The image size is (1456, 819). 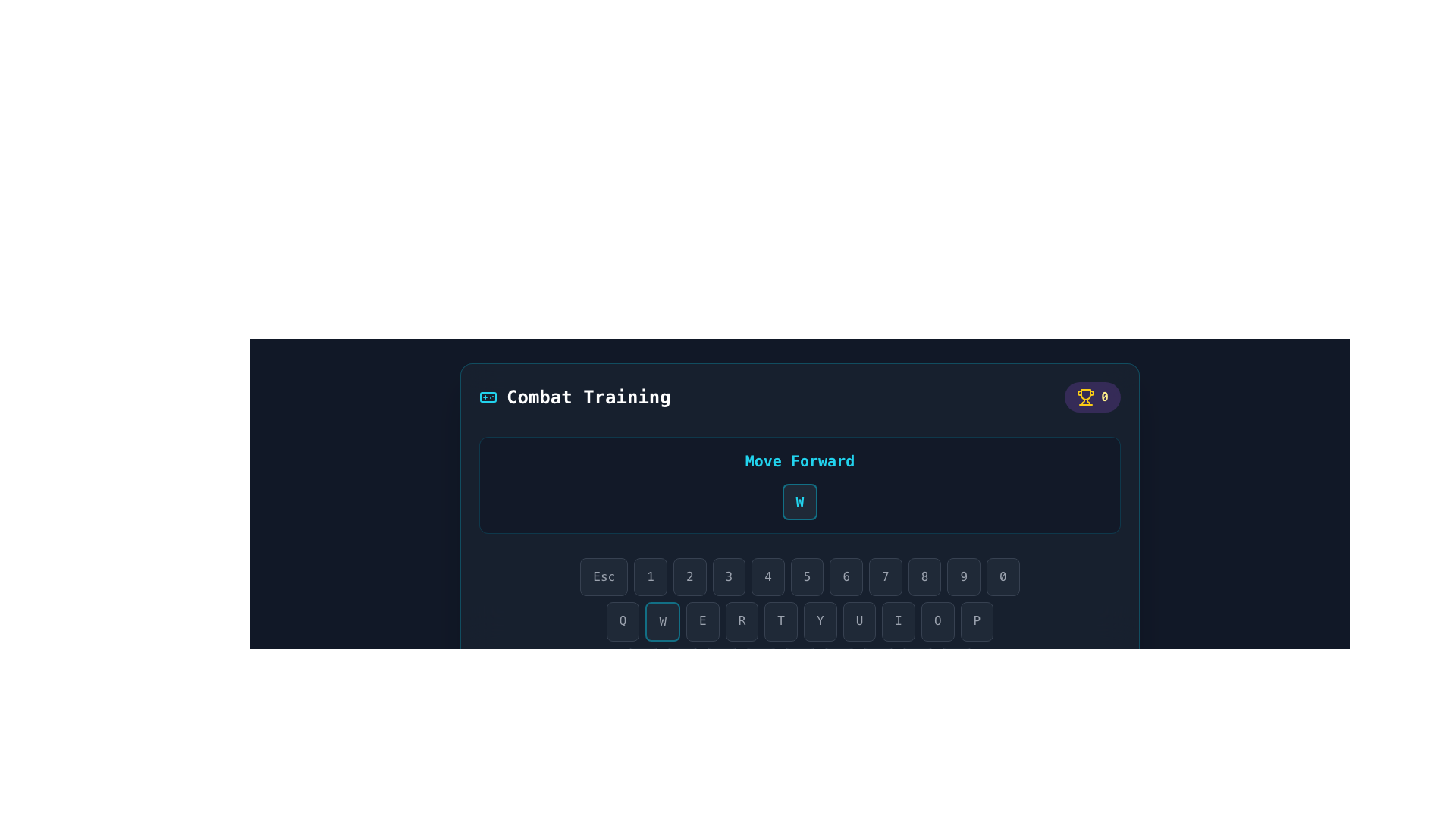 What do you see at coordinates (819, 622) in the screenshot?
I see `the key-shaped button with a dark gray background and a white uppercase 'Y' centered on it, which is positioned between the 'T' and 'U' keys` at bounding box center [819, 622].